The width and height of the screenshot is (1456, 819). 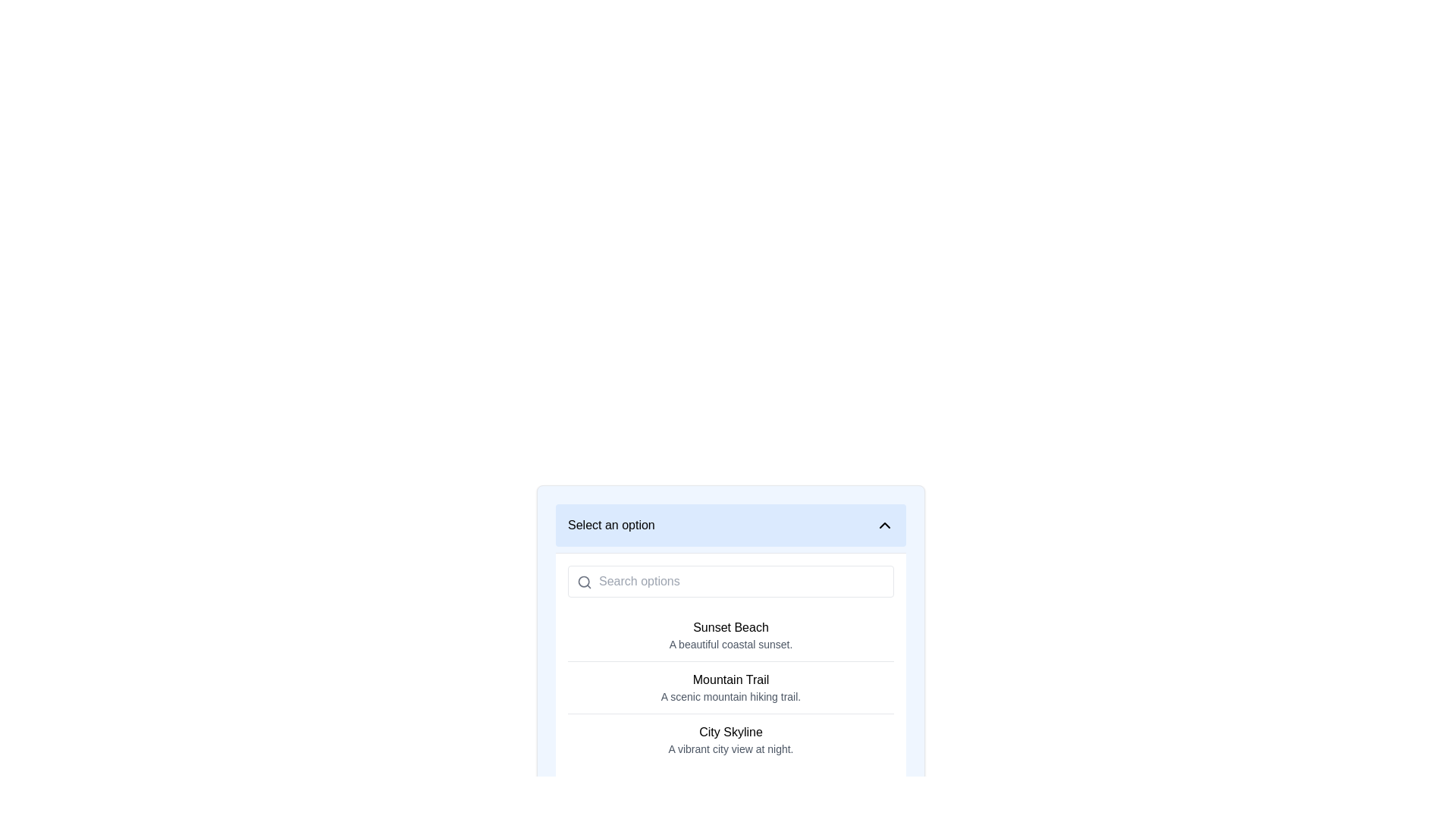 I want to click on the List item titled 'City Skyline' with the description 'A vibrant city view at night', so click(x=731, y=739).